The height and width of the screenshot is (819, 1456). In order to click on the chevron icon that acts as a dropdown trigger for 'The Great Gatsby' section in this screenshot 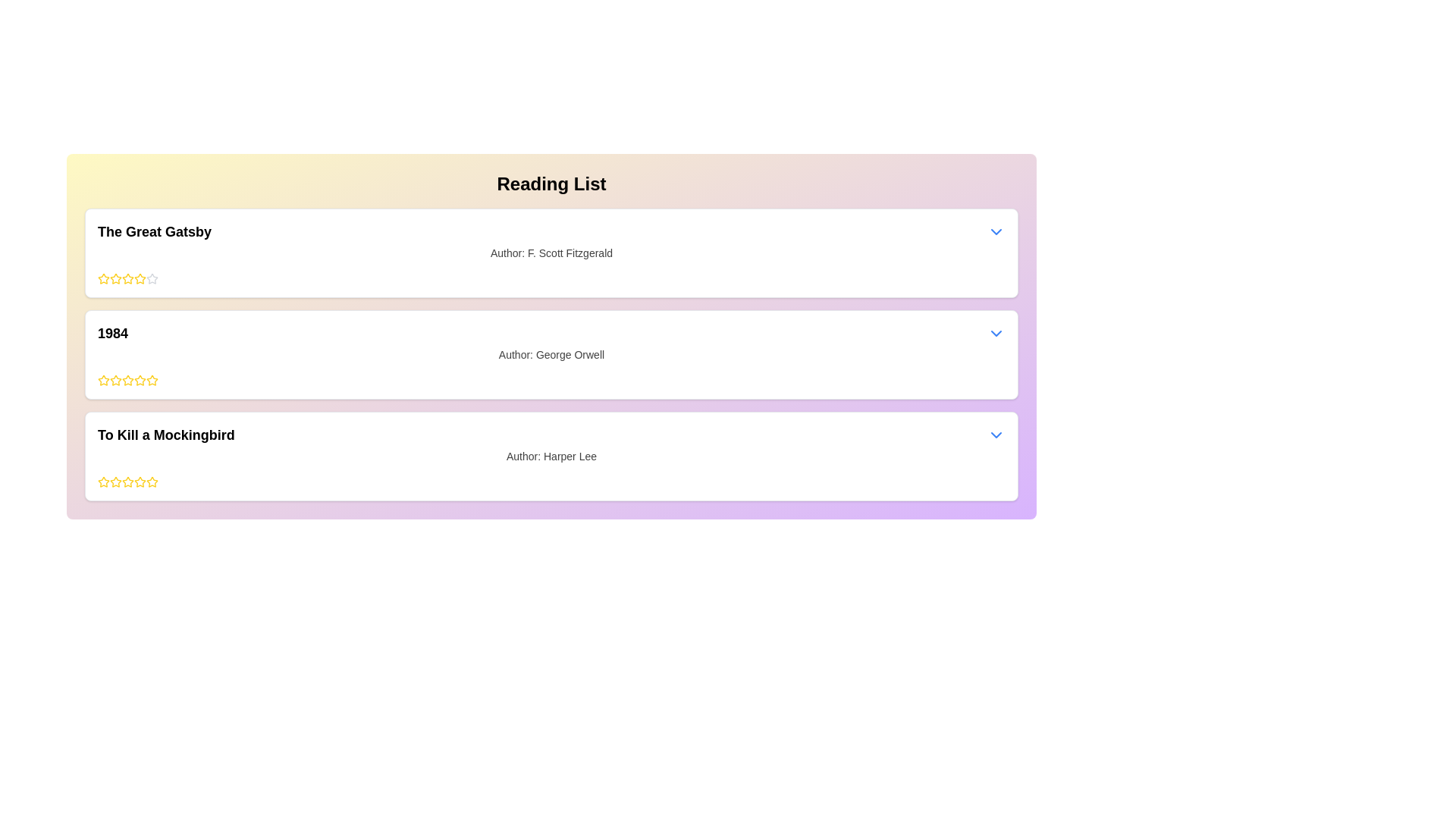, I will do `click(996, 231)`.